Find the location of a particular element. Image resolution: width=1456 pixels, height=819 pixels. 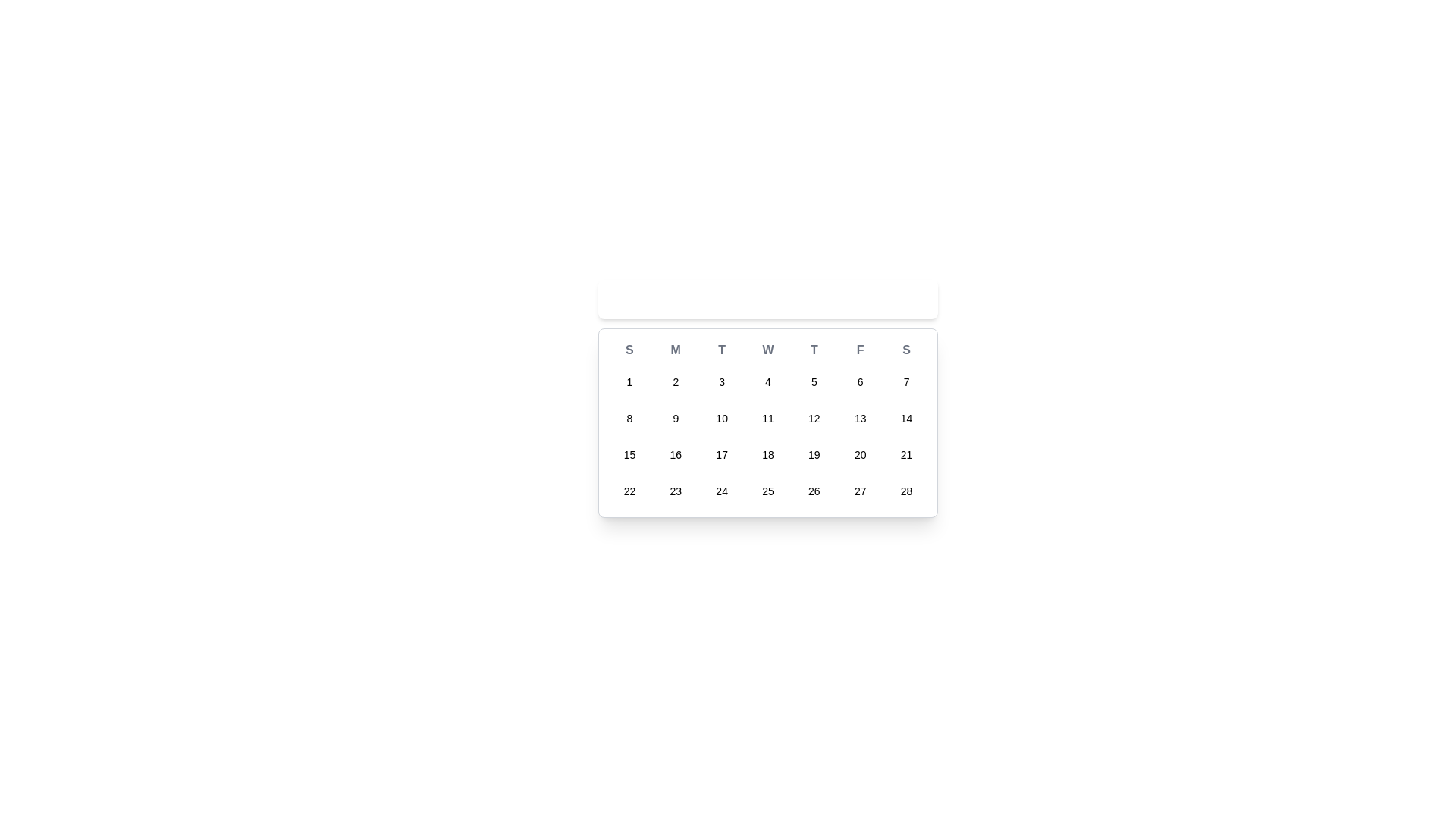

the button displaying the number '18' in the calendar grid is located at coordinates (767, 454).